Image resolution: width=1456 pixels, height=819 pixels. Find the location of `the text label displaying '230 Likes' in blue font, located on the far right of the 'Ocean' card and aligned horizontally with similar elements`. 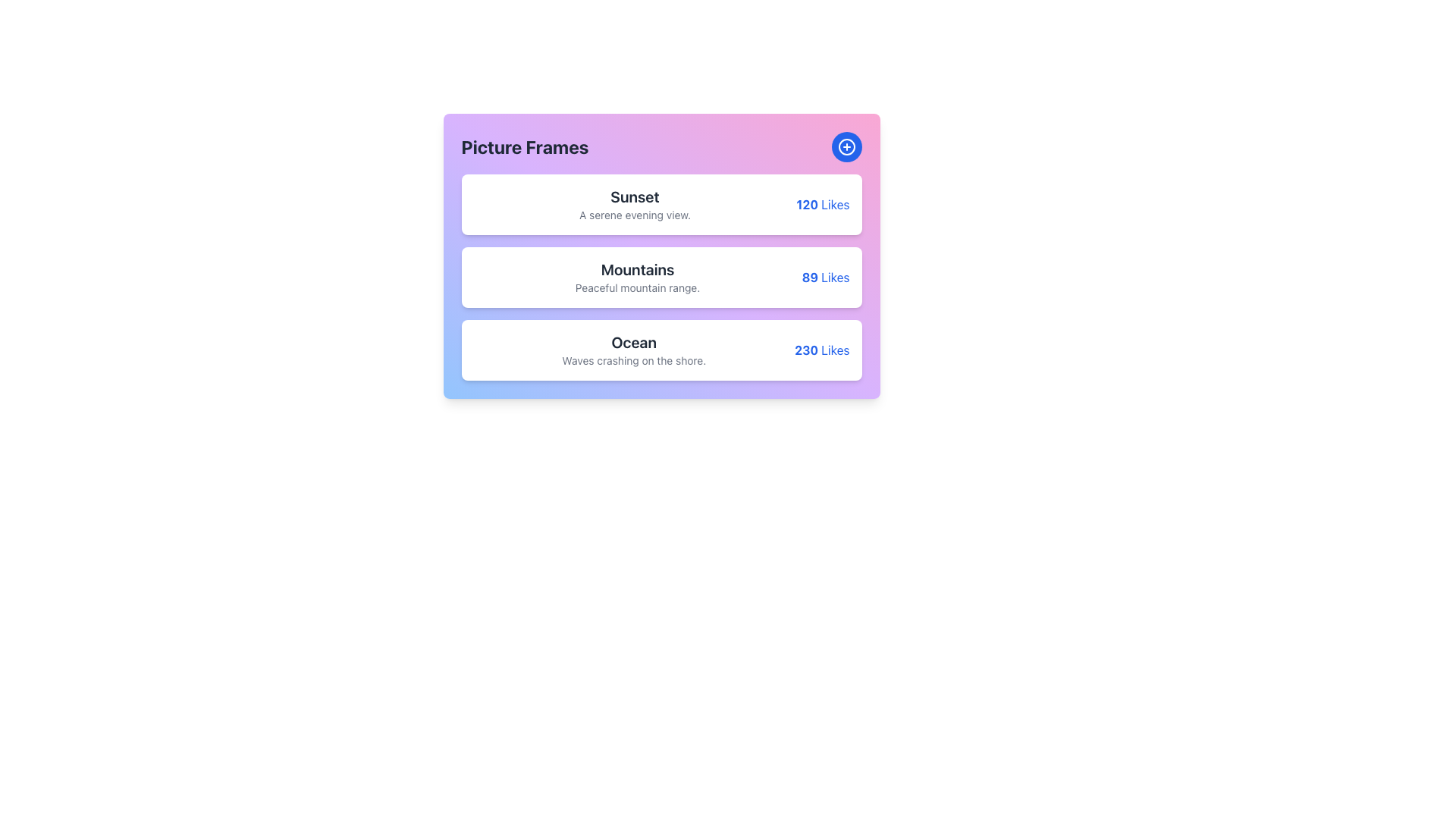

the text label displaying '230 Likes' in blue font, located on the far right of the 'Ocean' card and aligned horizontally with similar elements is located at coordinates (821, 350).